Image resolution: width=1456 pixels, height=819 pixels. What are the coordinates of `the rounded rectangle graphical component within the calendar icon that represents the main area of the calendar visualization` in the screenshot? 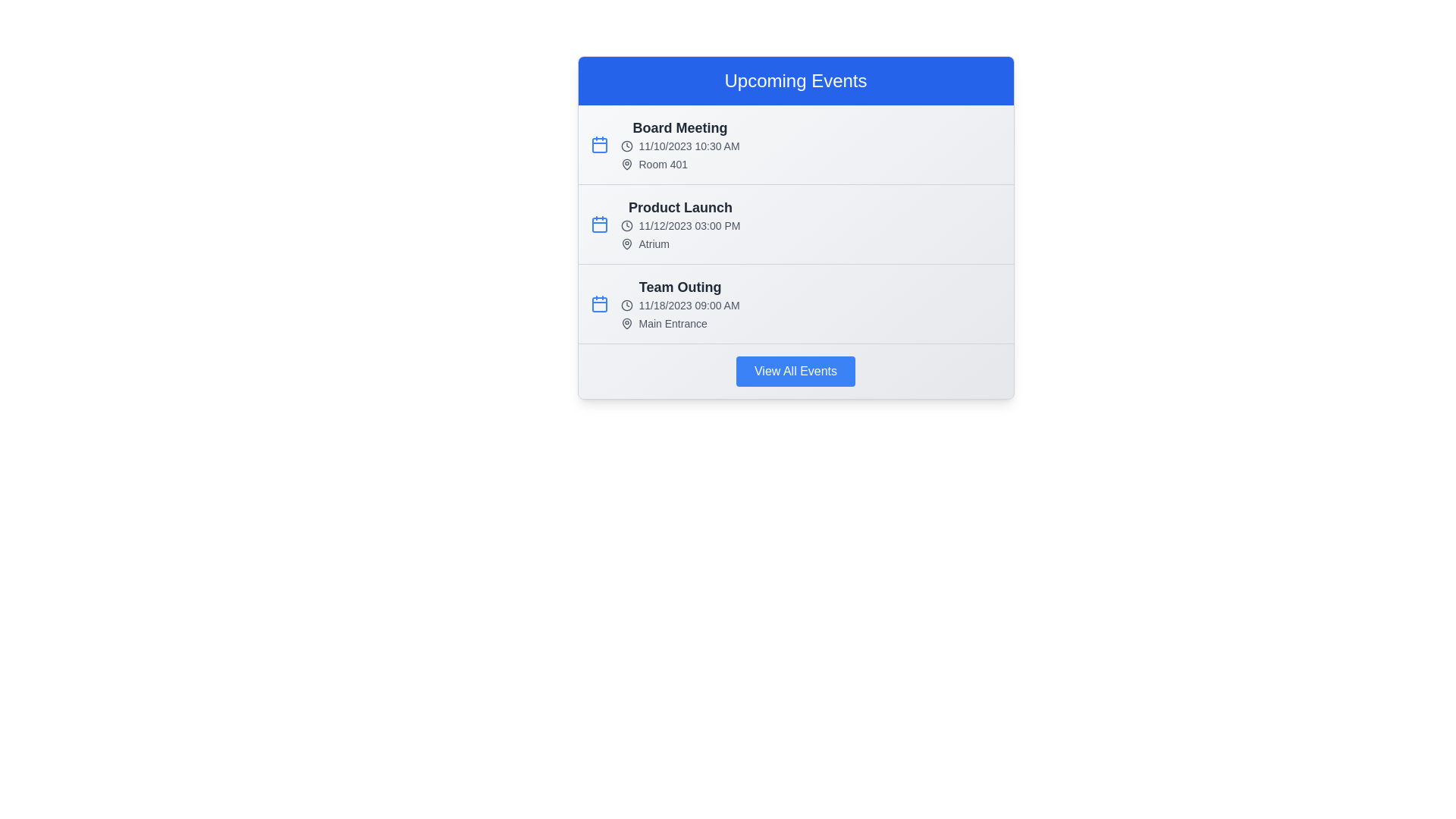 It's located at (598, 304).